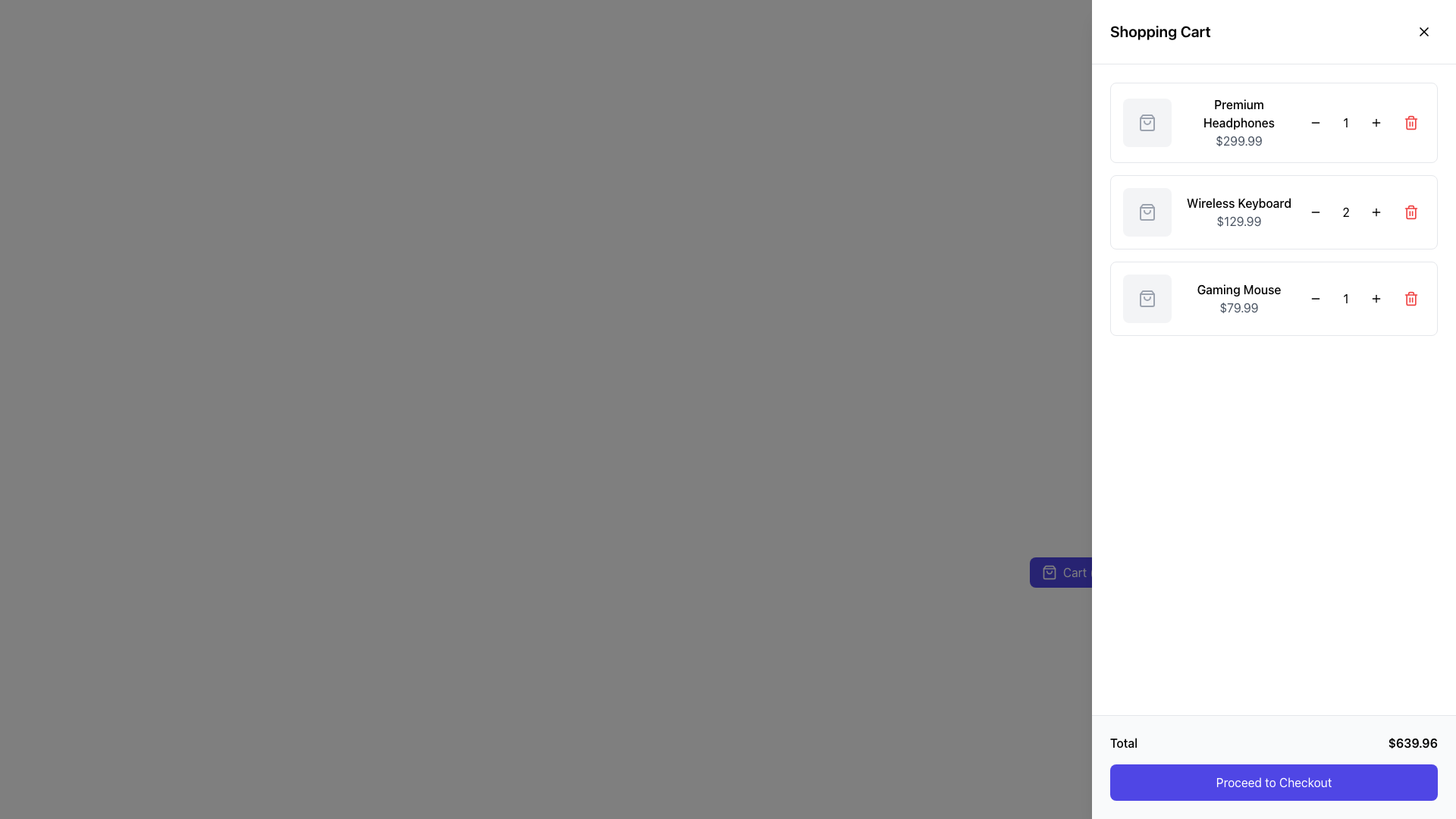 Image resolution: width=1456 pixels, height=819 pixels. I want to click on the checkout button located at the bottom of the checkout panel, which is positioned below the total amount display of '$639.96', to change its appearance, so click(1274, 783).